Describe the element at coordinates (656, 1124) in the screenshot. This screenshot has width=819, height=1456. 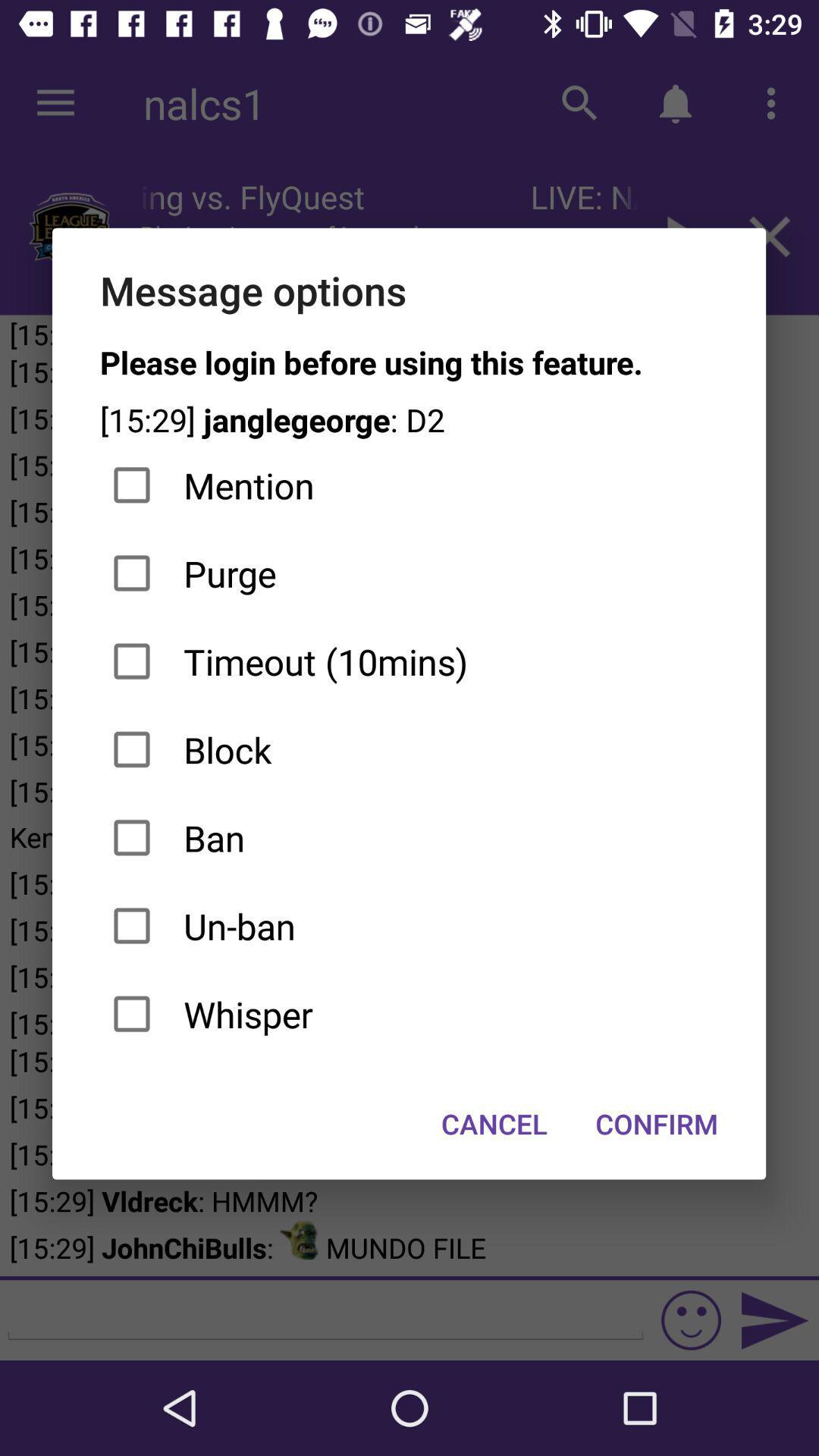
I see `confirm at the bottom right corner` at that location.